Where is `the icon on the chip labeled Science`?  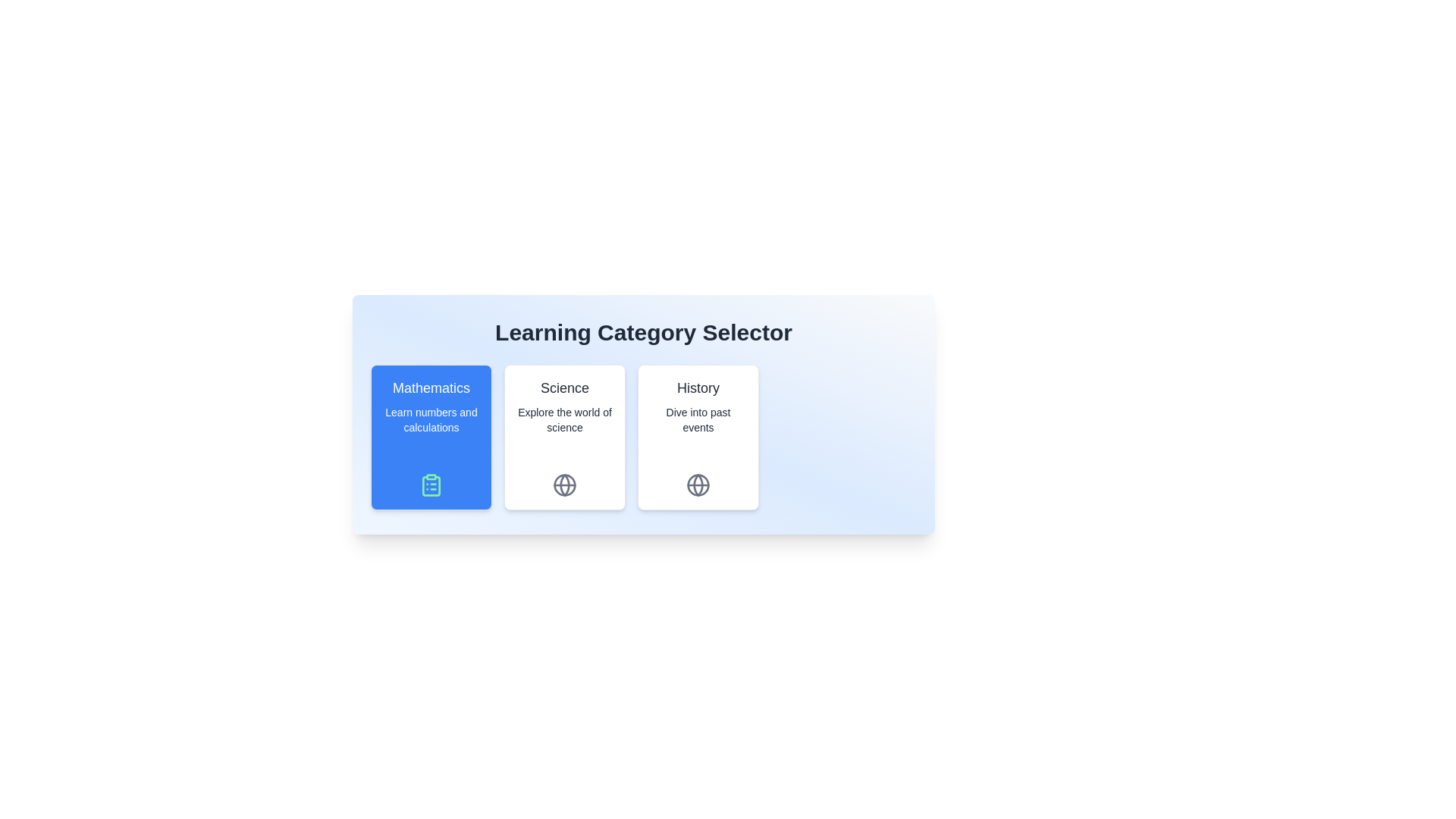
the icon on the chip labeled Science is located at coordinates (563, 485).